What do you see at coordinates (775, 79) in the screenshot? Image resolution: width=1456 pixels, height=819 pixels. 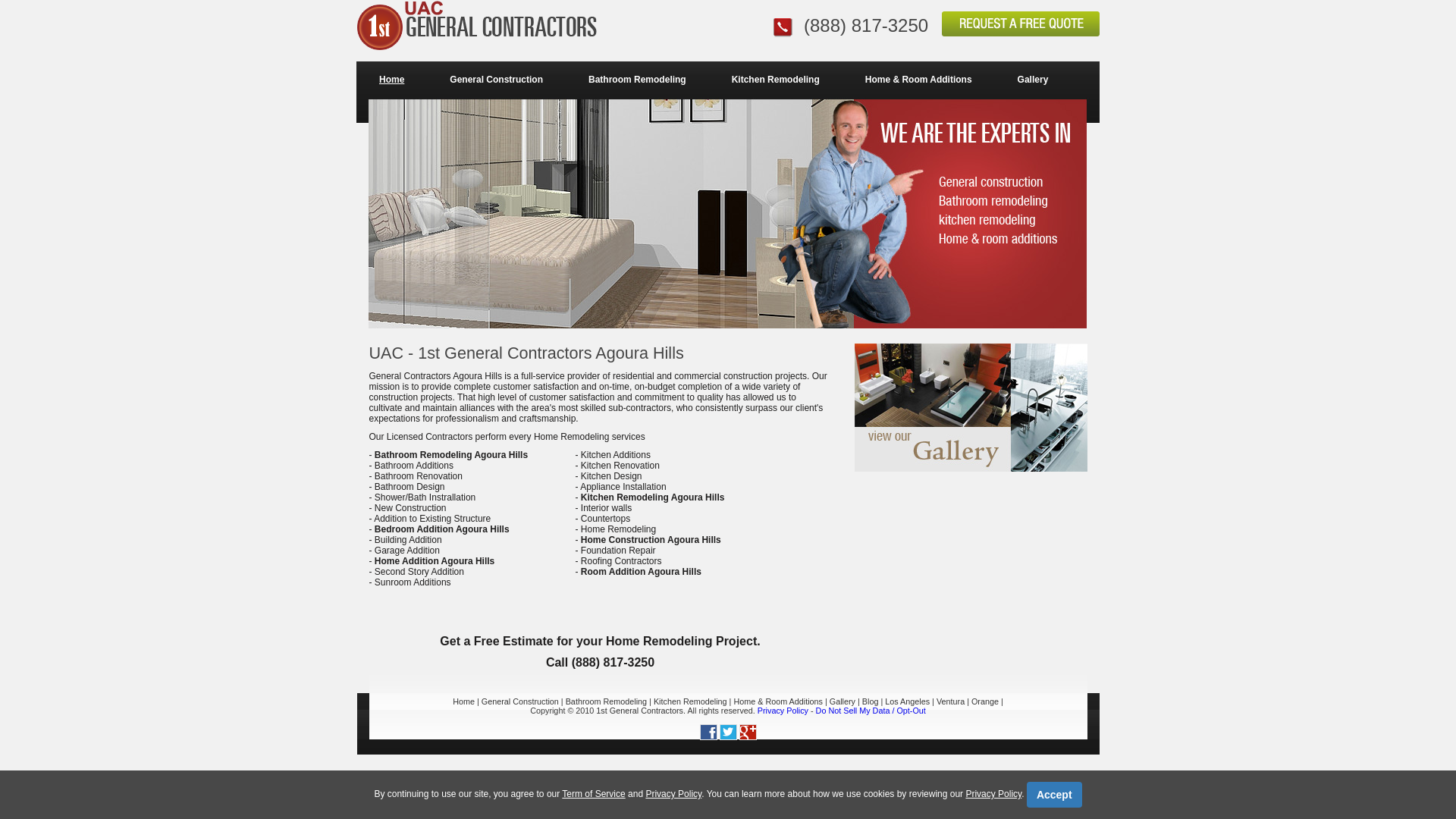 I see `'Kitchen Remodeling'` at bounding box center [775, 79].